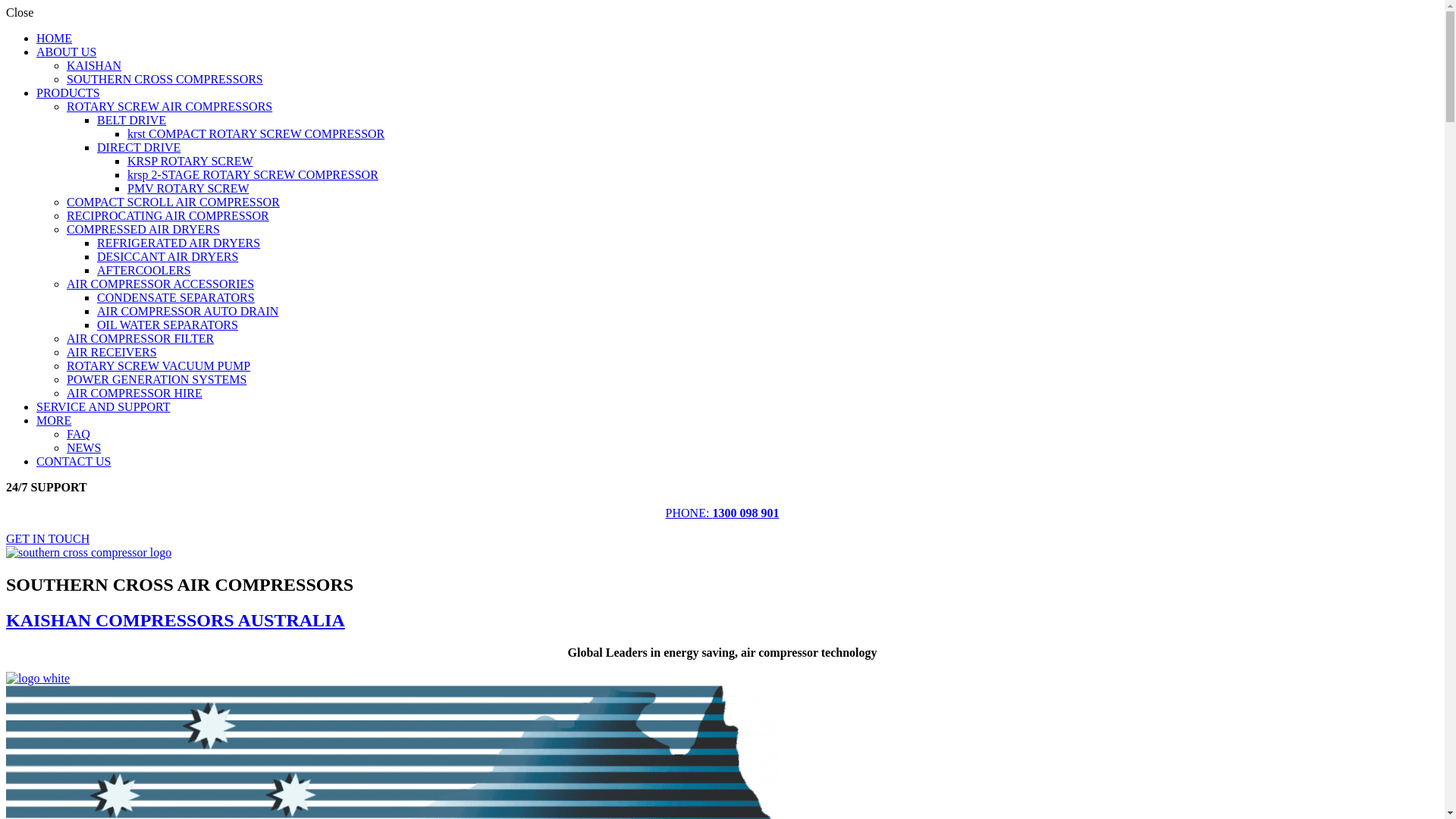 The height and width of the screenshot is (819, 1456). What do you see at coordinates (67, 93) in the screenshot?
I see `'PRODUCTS'` at bounding box center [67, 93].